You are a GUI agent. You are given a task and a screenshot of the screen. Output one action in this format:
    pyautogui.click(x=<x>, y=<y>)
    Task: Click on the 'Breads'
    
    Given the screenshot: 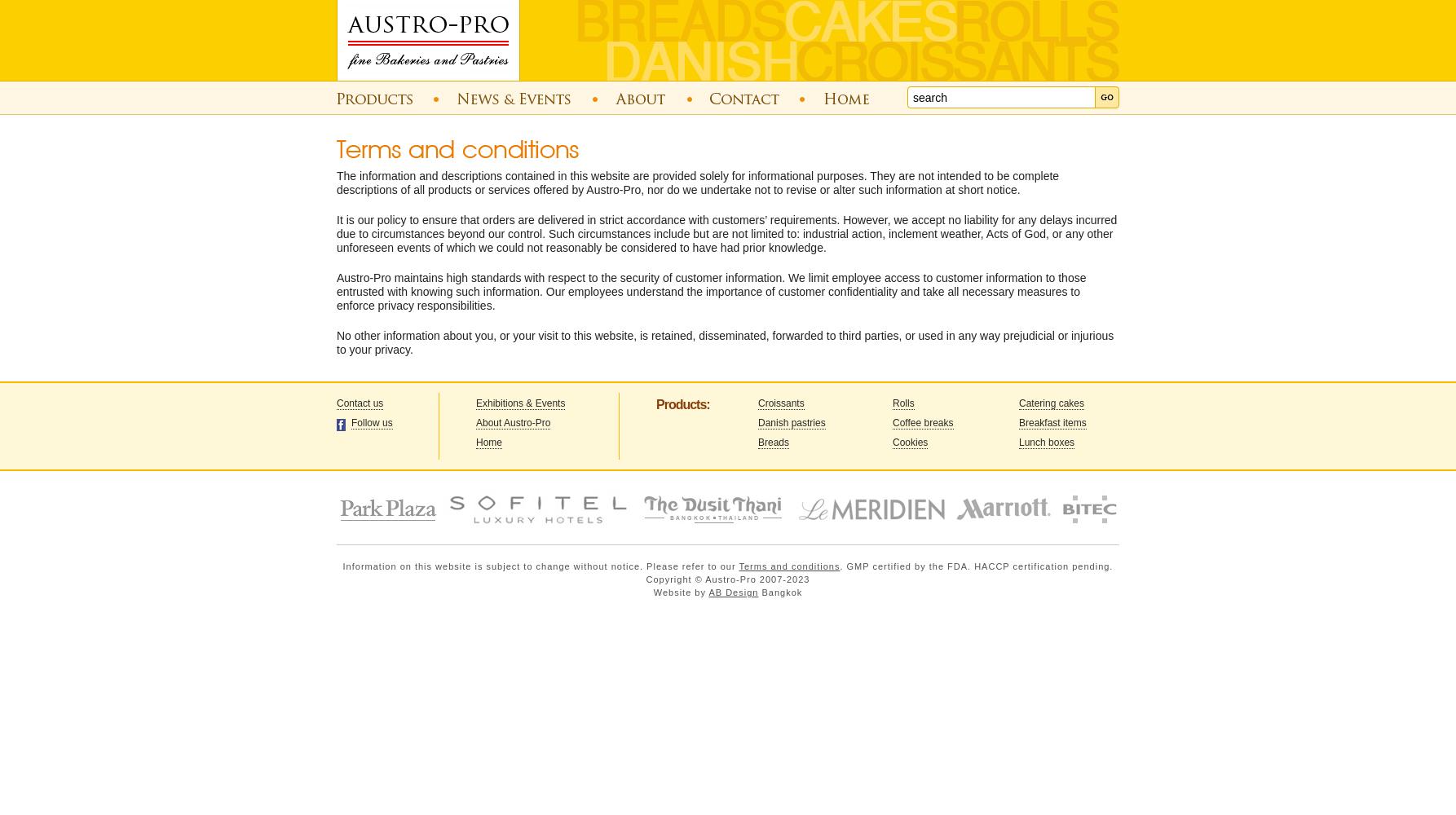 What is the action you would take?
    pyautogui.click(x=774, y=443)
    